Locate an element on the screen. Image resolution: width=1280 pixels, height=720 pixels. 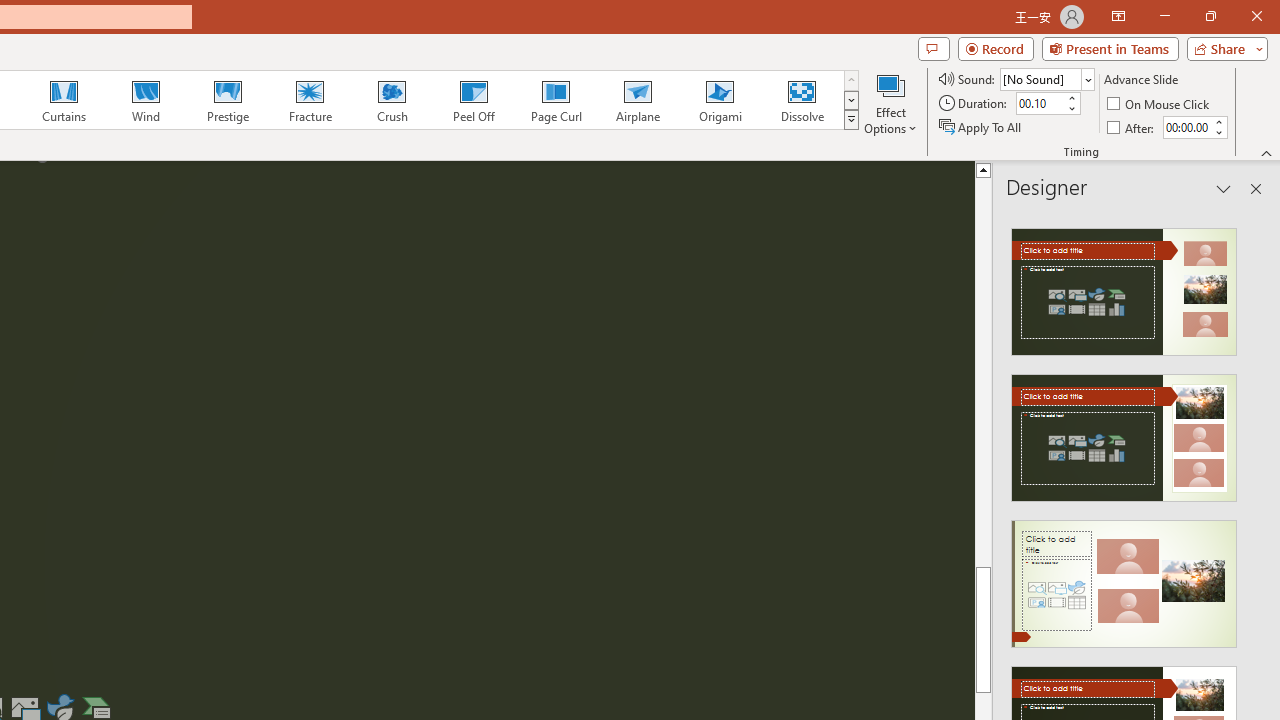
'Prestige' is located at coordinates (227, 100).